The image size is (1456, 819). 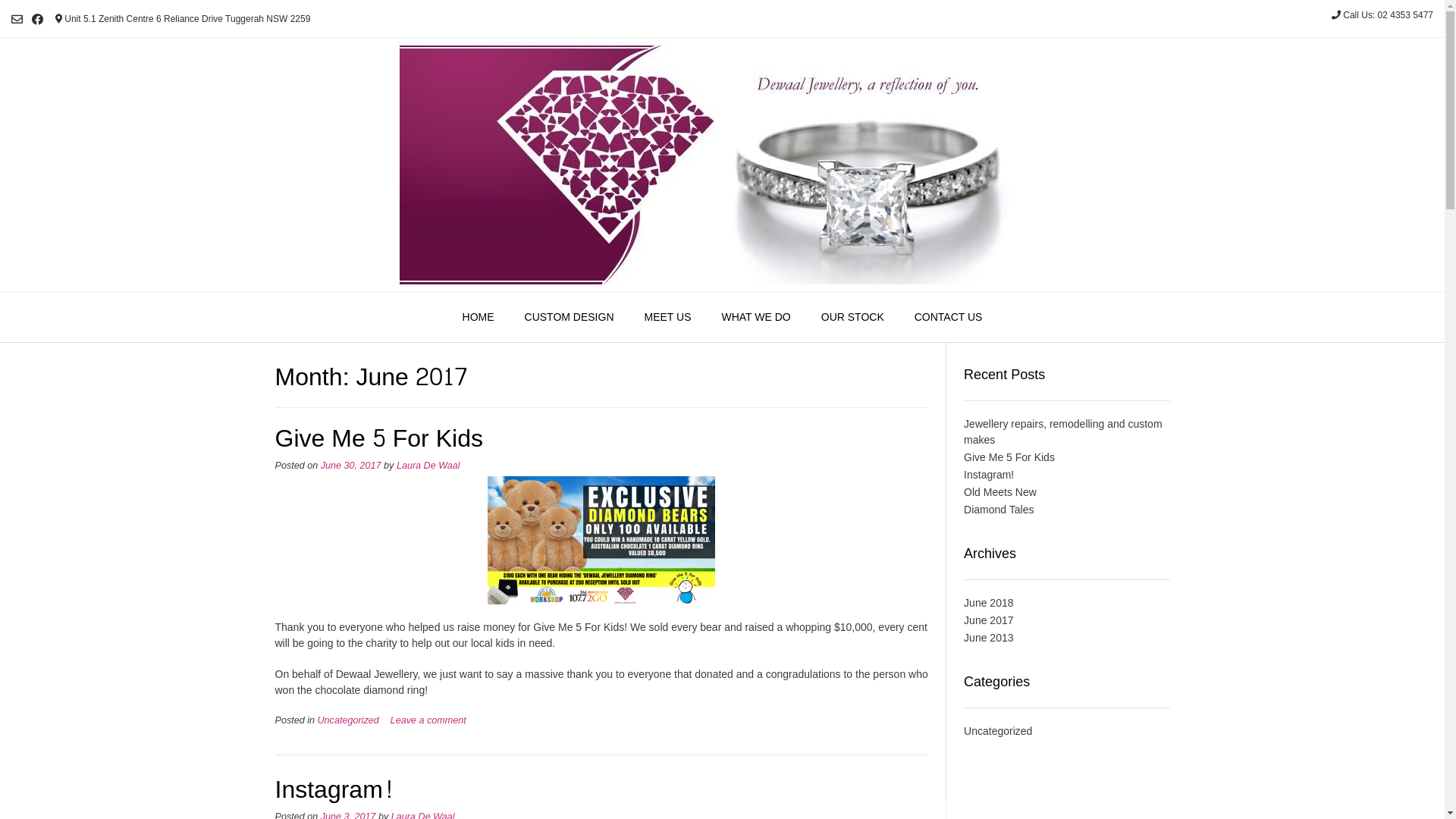 What do you see at coordinates (17, 19) in the screenshot?
I see `'Send Us an Email'` at bounding box center [17, 19].